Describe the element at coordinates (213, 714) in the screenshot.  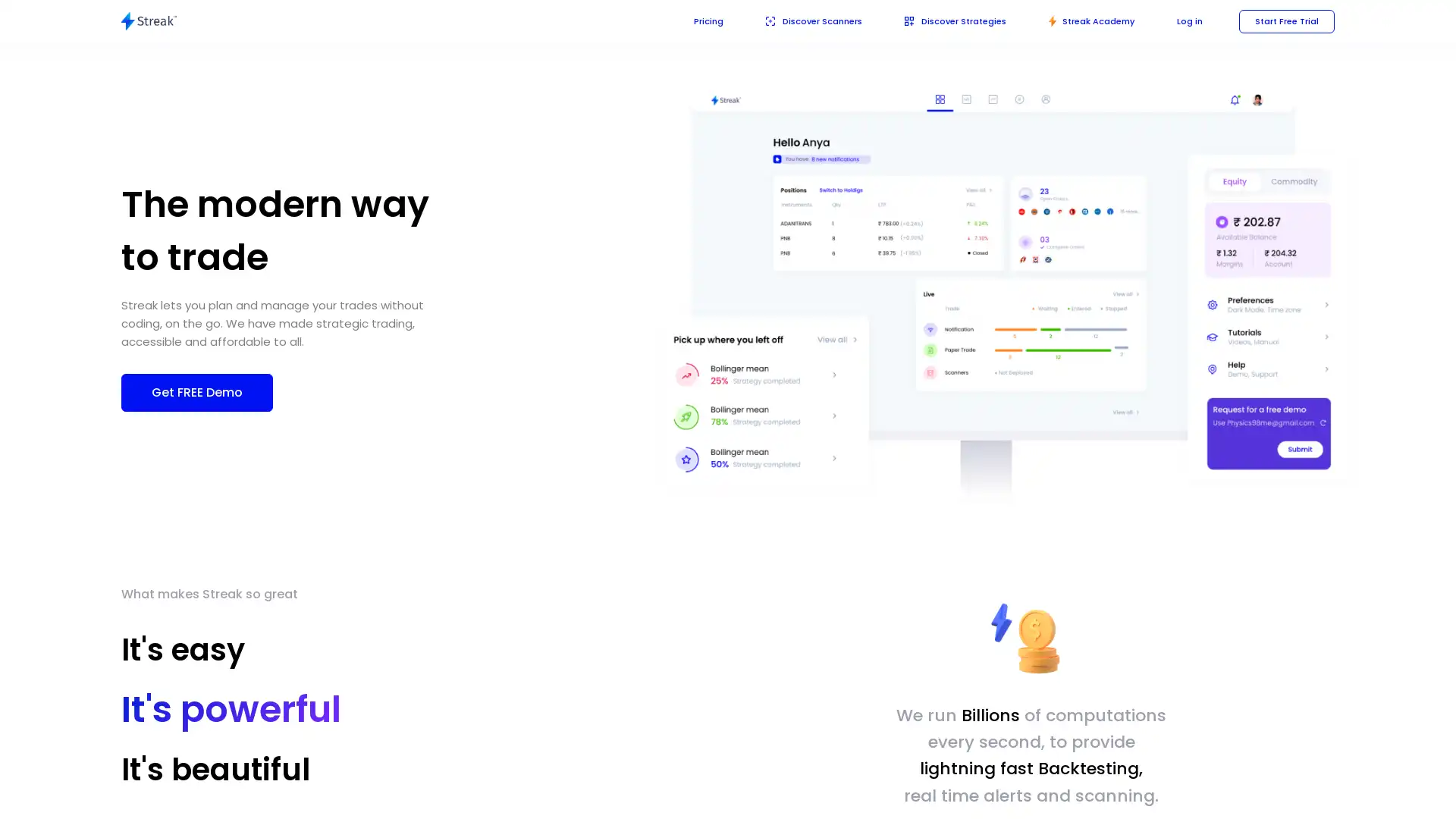
I see `It's powerful` at that location.